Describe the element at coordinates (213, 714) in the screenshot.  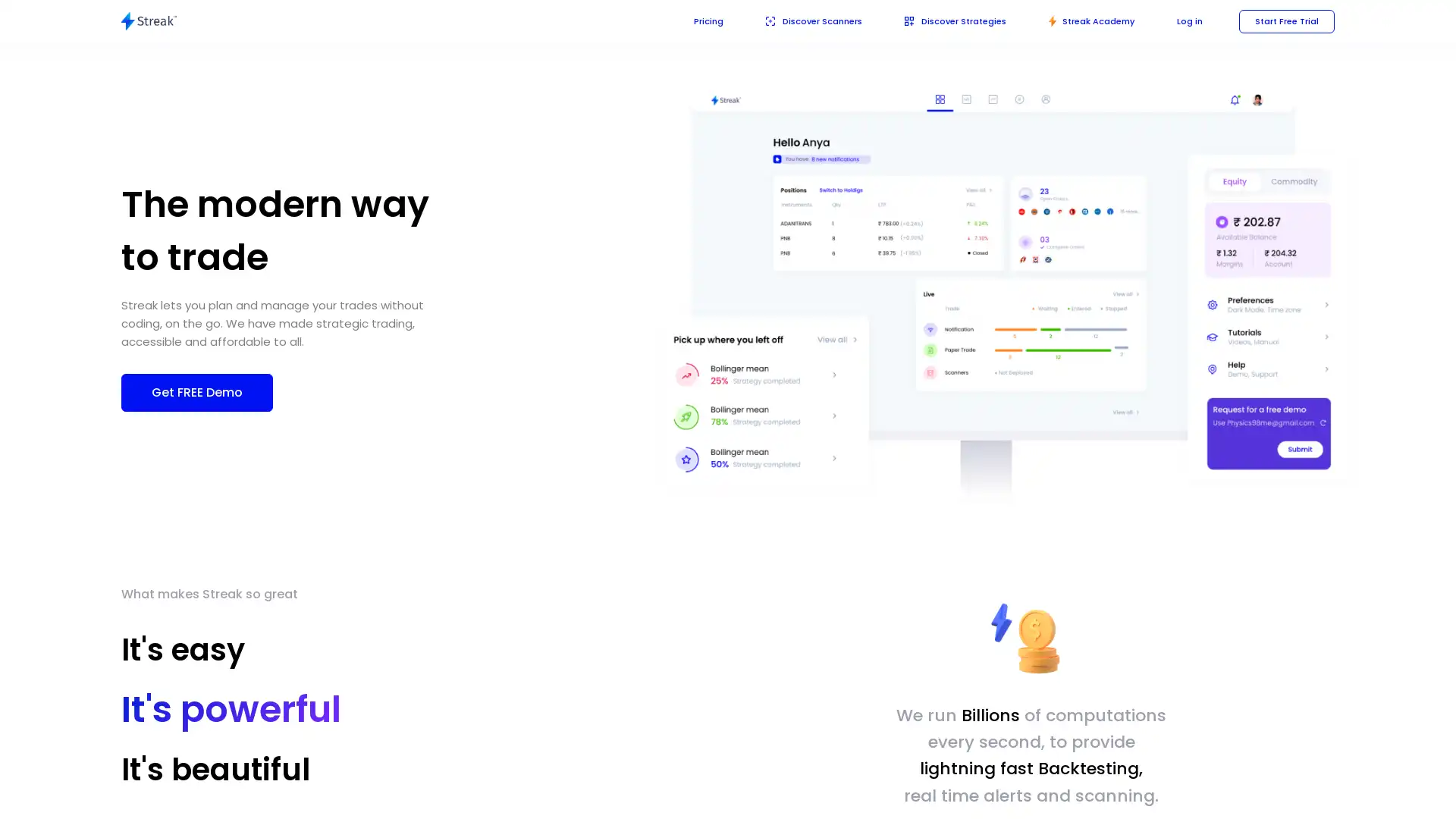
I see `It's powerful` at that location.